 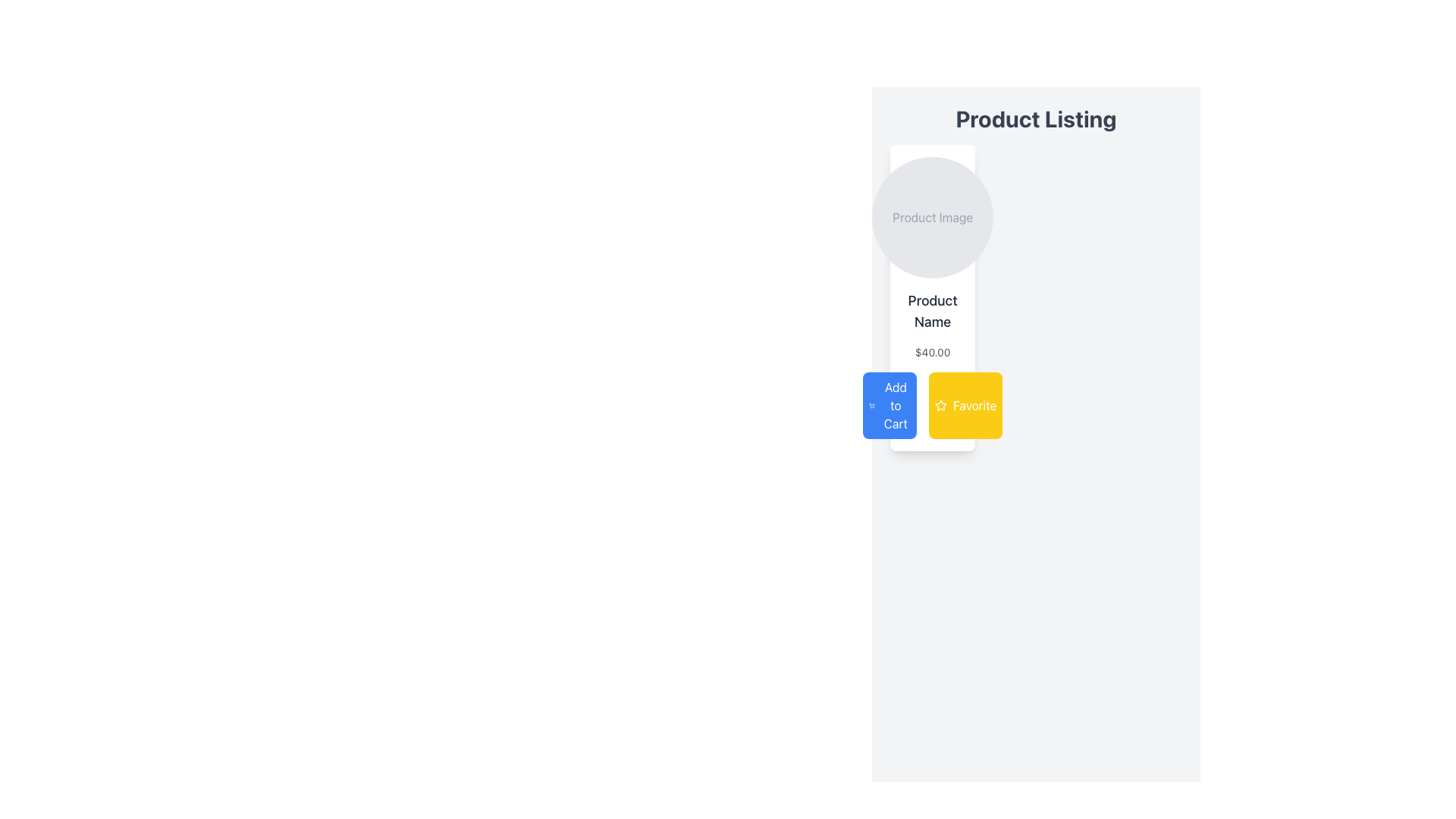 I want to click on the yellow rectangular button with white text and a star icon, located to the right of the 'Add to Cart' button, to favorite the product, so click(x=931, y=405).